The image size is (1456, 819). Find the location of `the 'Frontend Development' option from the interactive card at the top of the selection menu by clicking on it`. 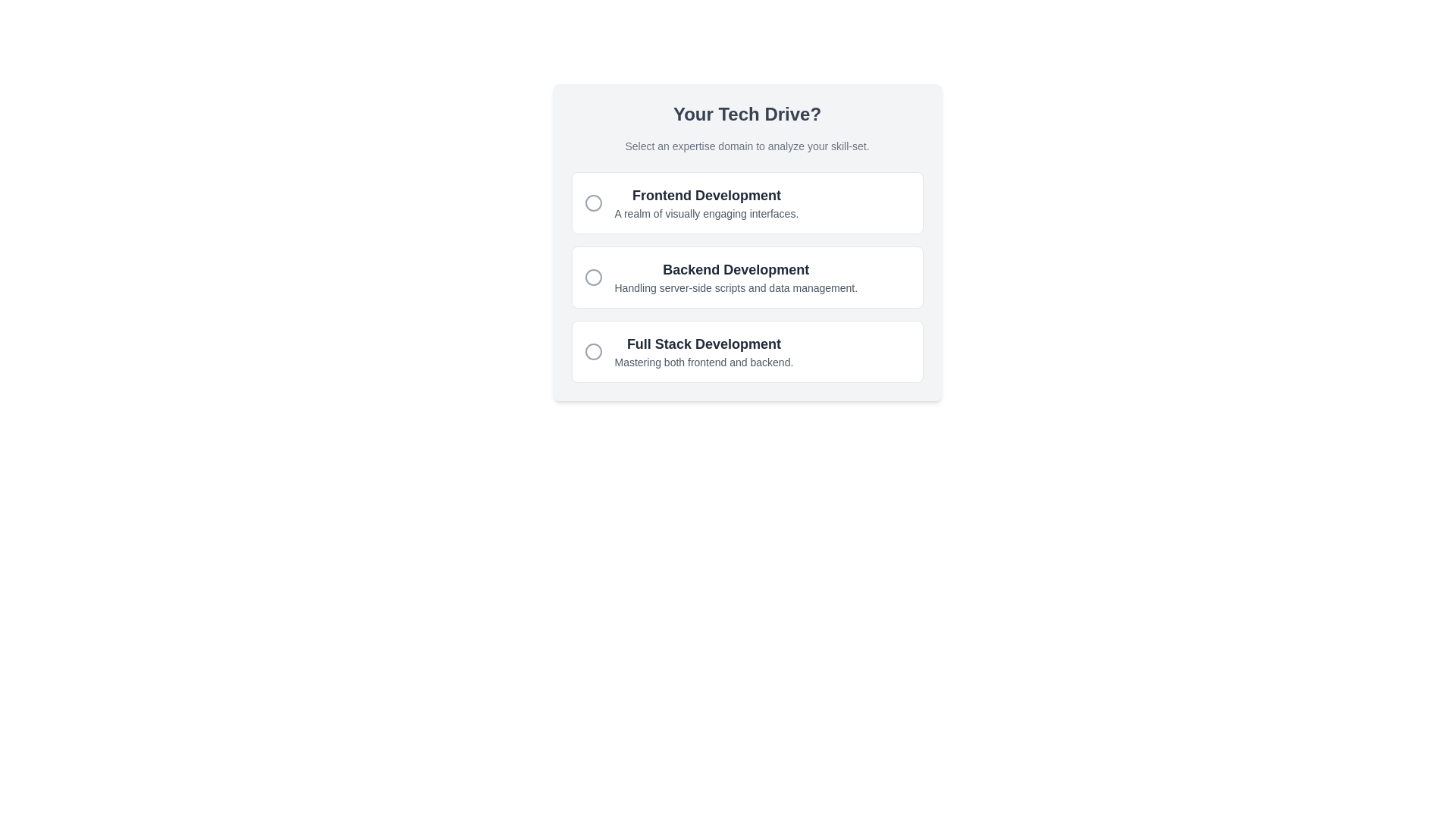

the 'Frontend Development' option from the interactive card at the top of the selection menu by clicking on it is located at coordinates (747, 202).